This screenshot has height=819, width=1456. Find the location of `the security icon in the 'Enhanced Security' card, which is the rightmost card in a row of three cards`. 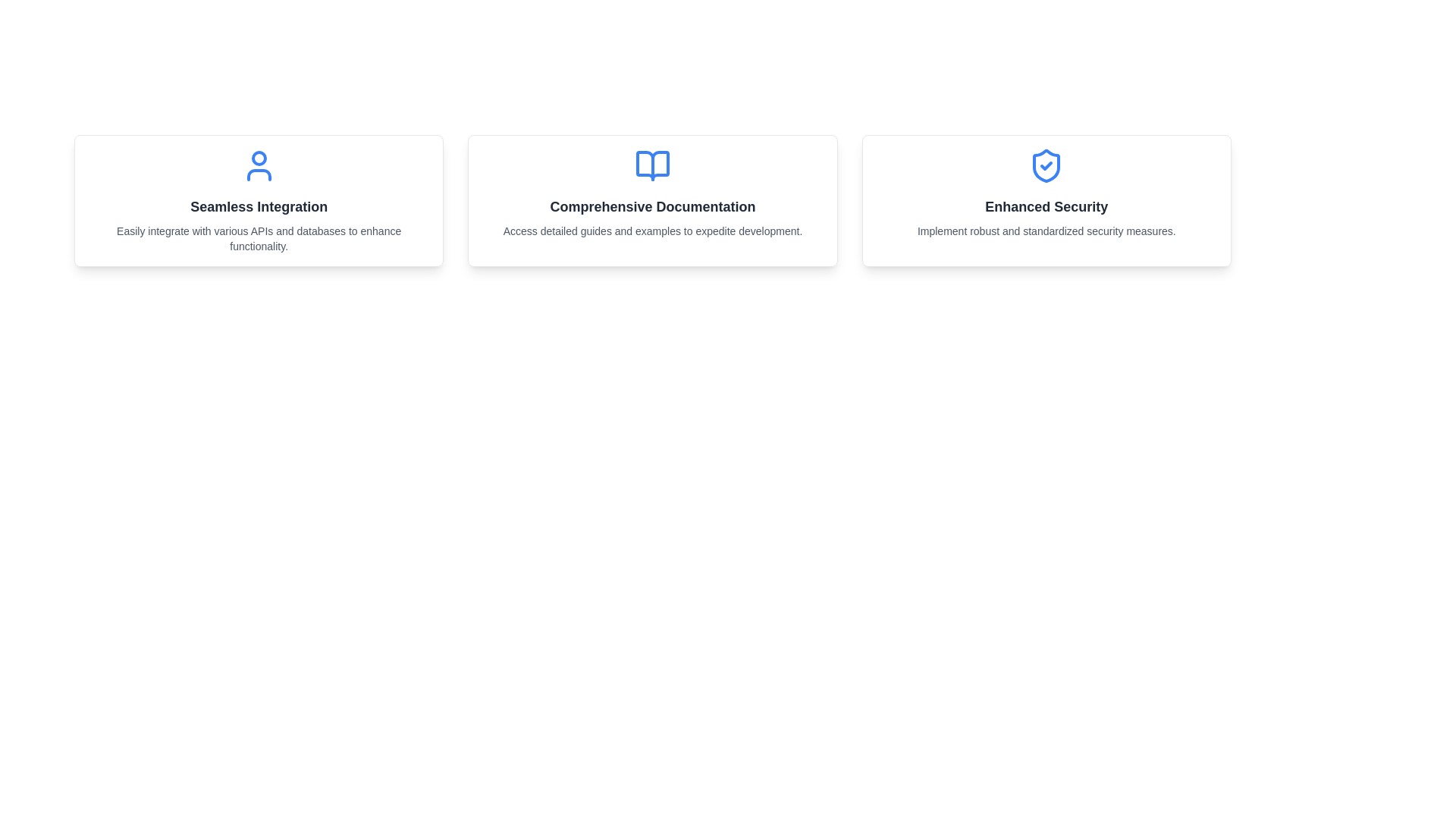

the security icon in the 'Enhanced Security' card, which is the rightmost card in a row of three cards is located at coordinates (1046, 166).